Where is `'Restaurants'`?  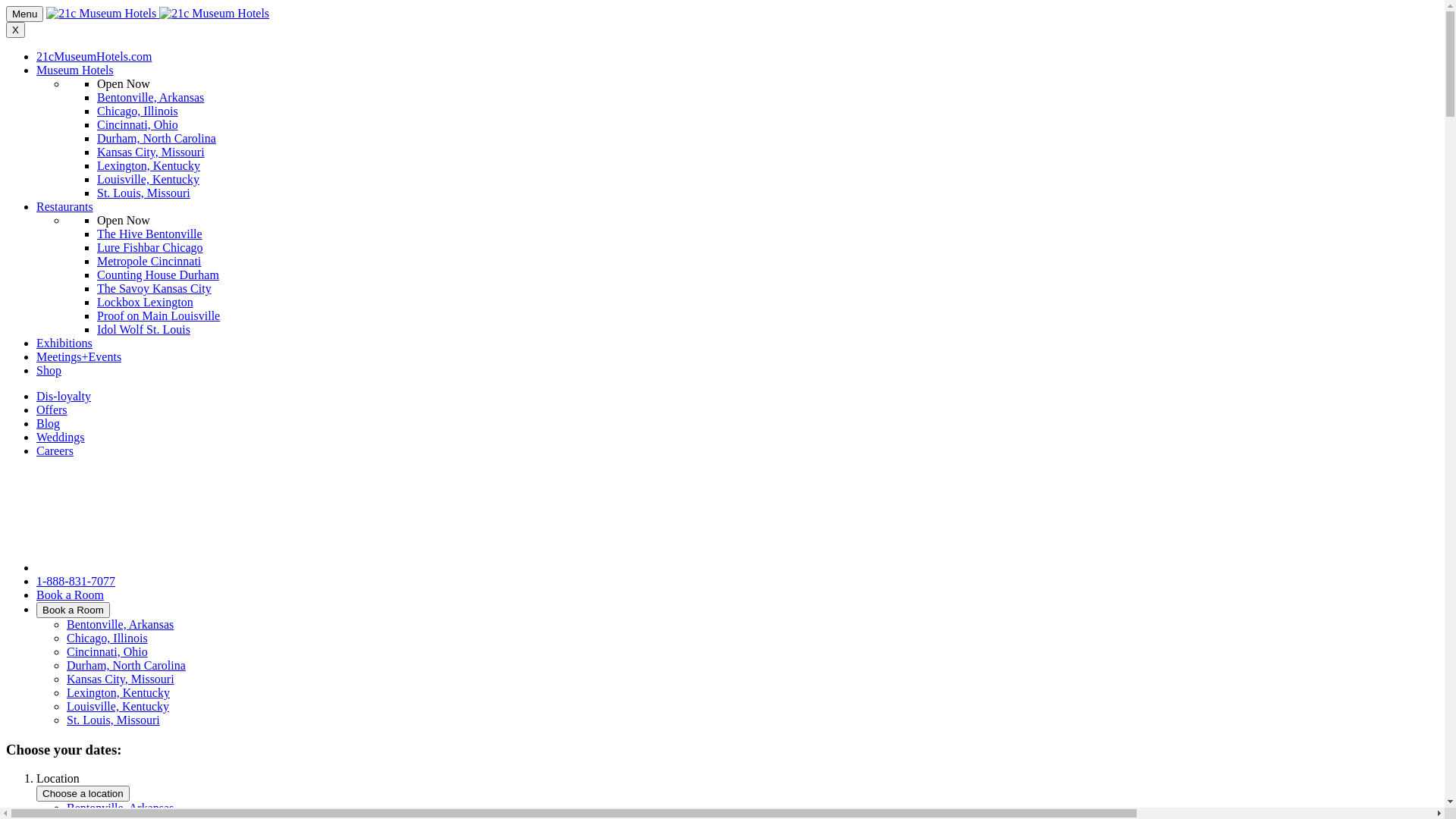
'Restaurants' is located at coordinates (64, 206).